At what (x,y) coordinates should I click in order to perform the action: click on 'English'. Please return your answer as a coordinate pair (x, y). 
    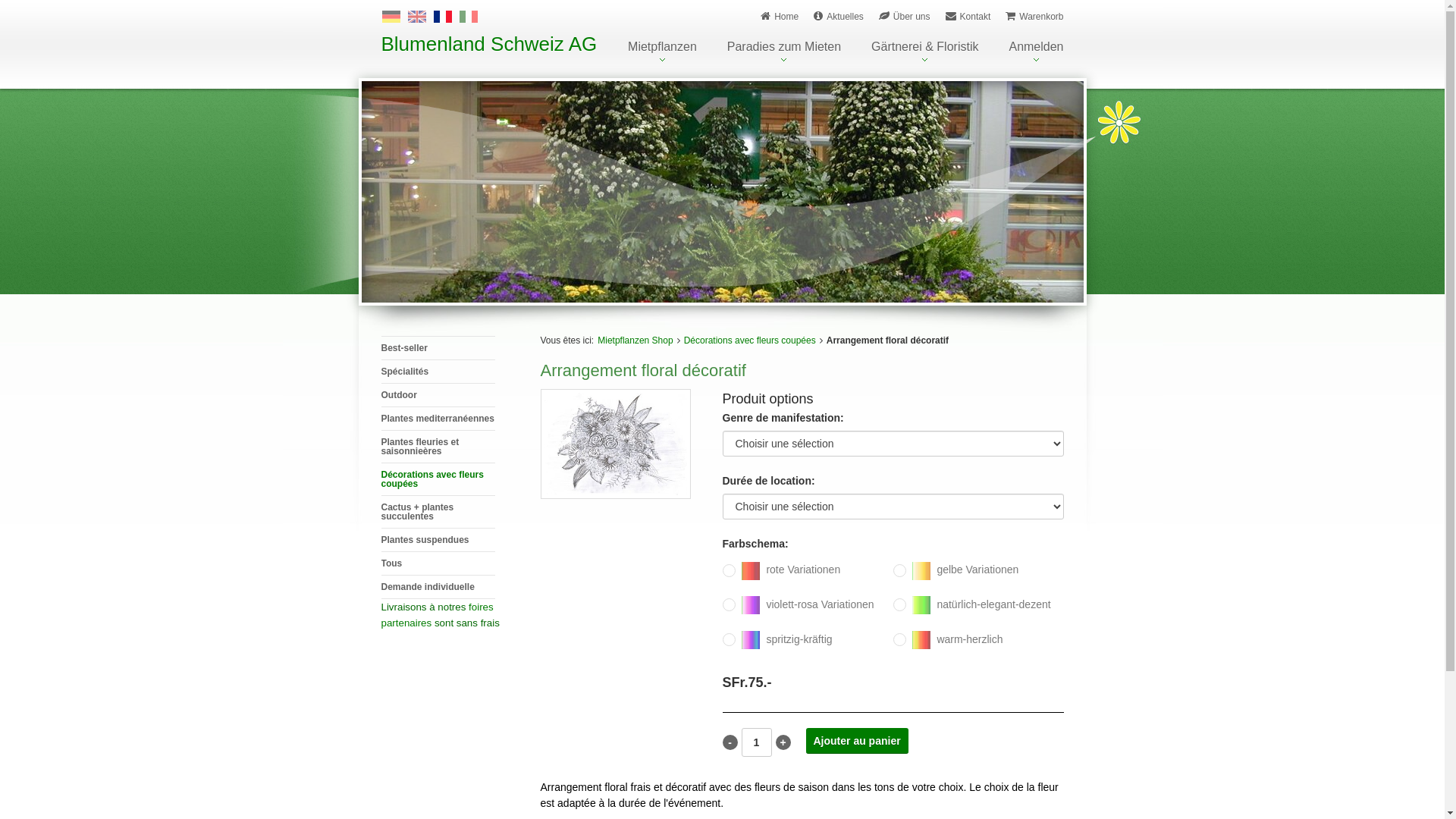
    Looking at the image, I should click on (417, 17).